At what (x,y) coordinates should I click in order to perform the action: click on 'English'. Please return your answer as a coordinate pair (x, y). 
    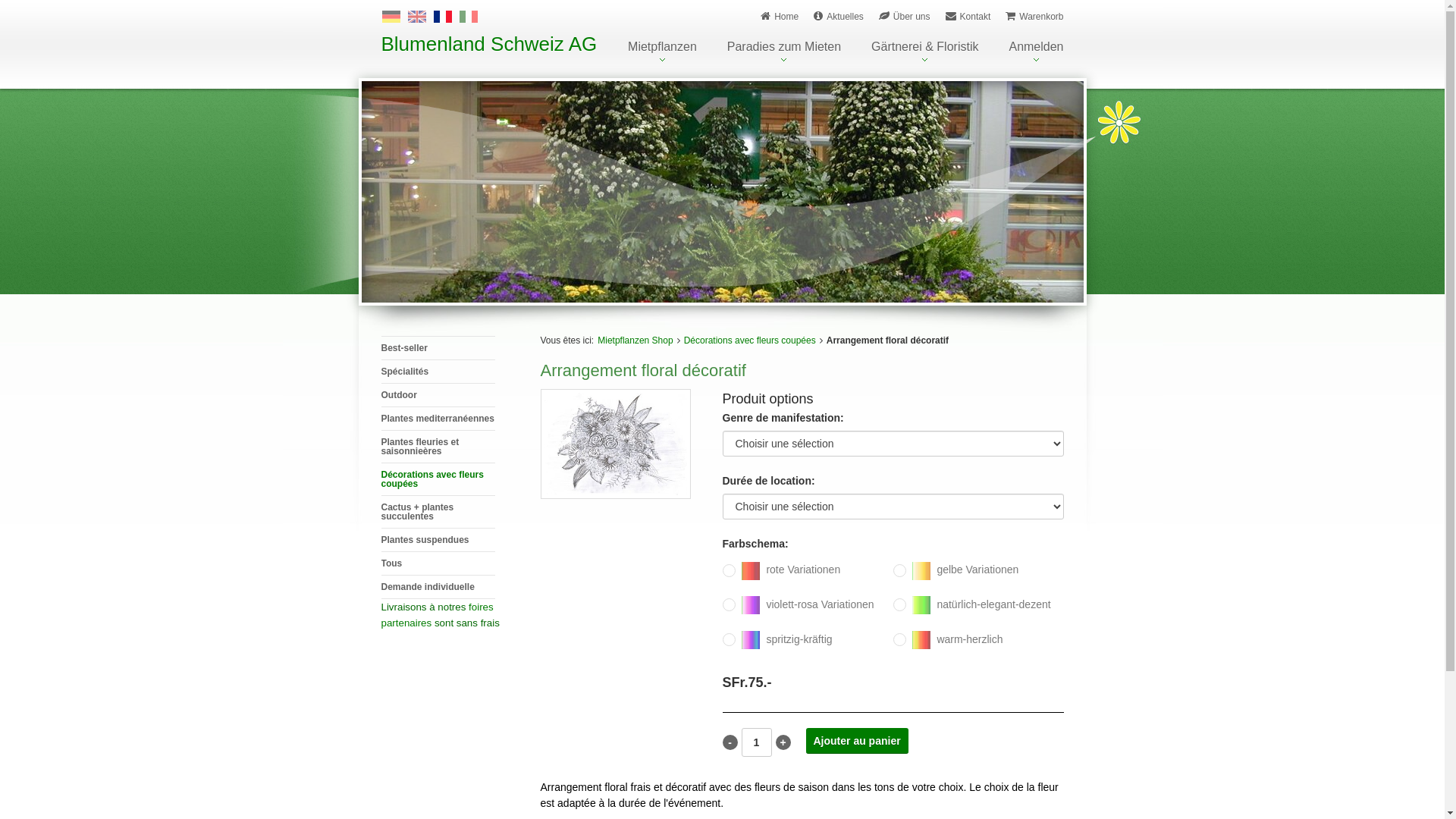
    Looking at the image, I should click on (417, 17).